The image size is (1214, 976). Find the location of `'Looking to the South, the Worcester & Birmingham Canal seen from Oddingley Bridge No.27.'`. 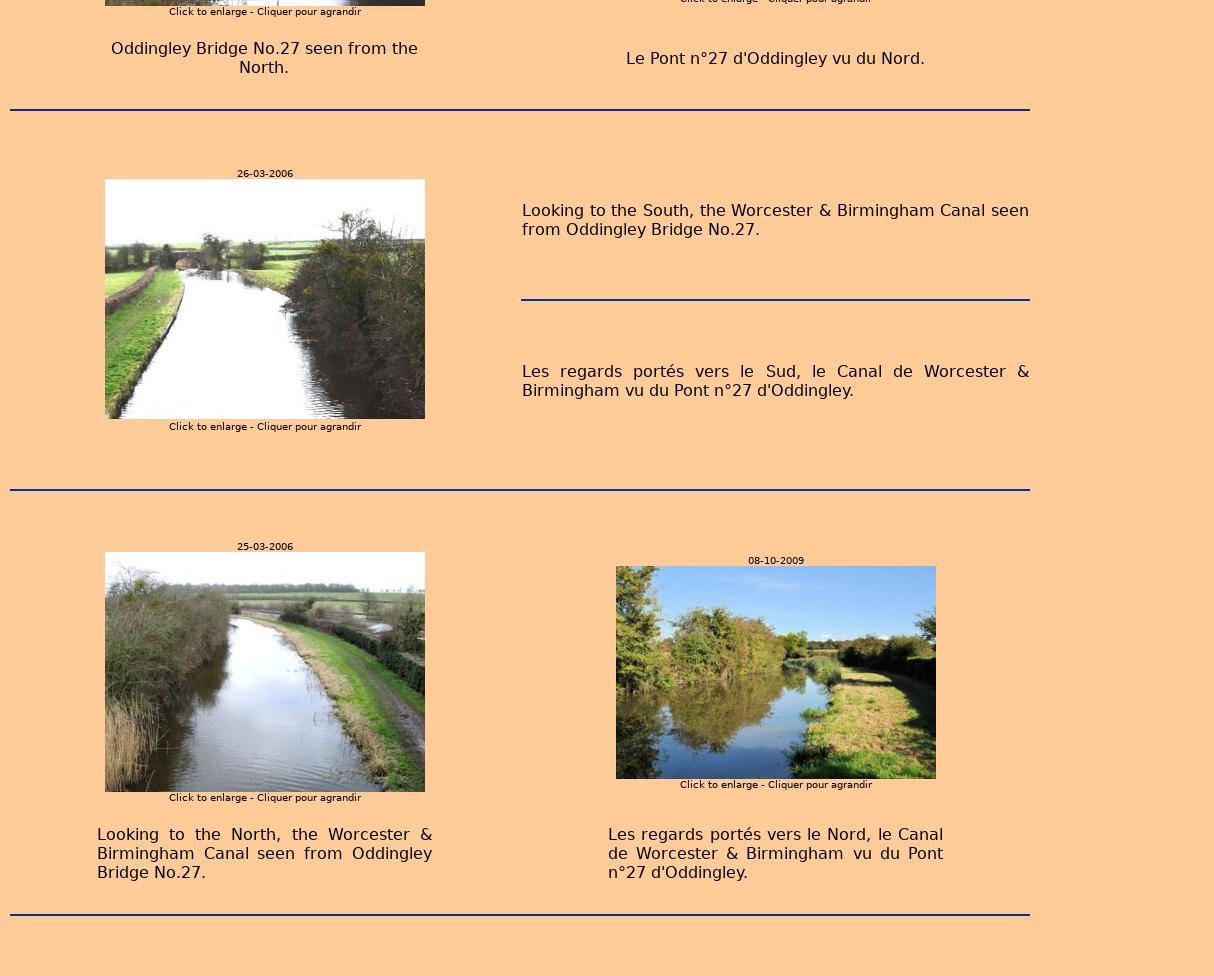

'Looking to the South, the Worcester & Birmingham Canal seen from Oddingley Bridge No.27.' is located at coordinates (774, 218).